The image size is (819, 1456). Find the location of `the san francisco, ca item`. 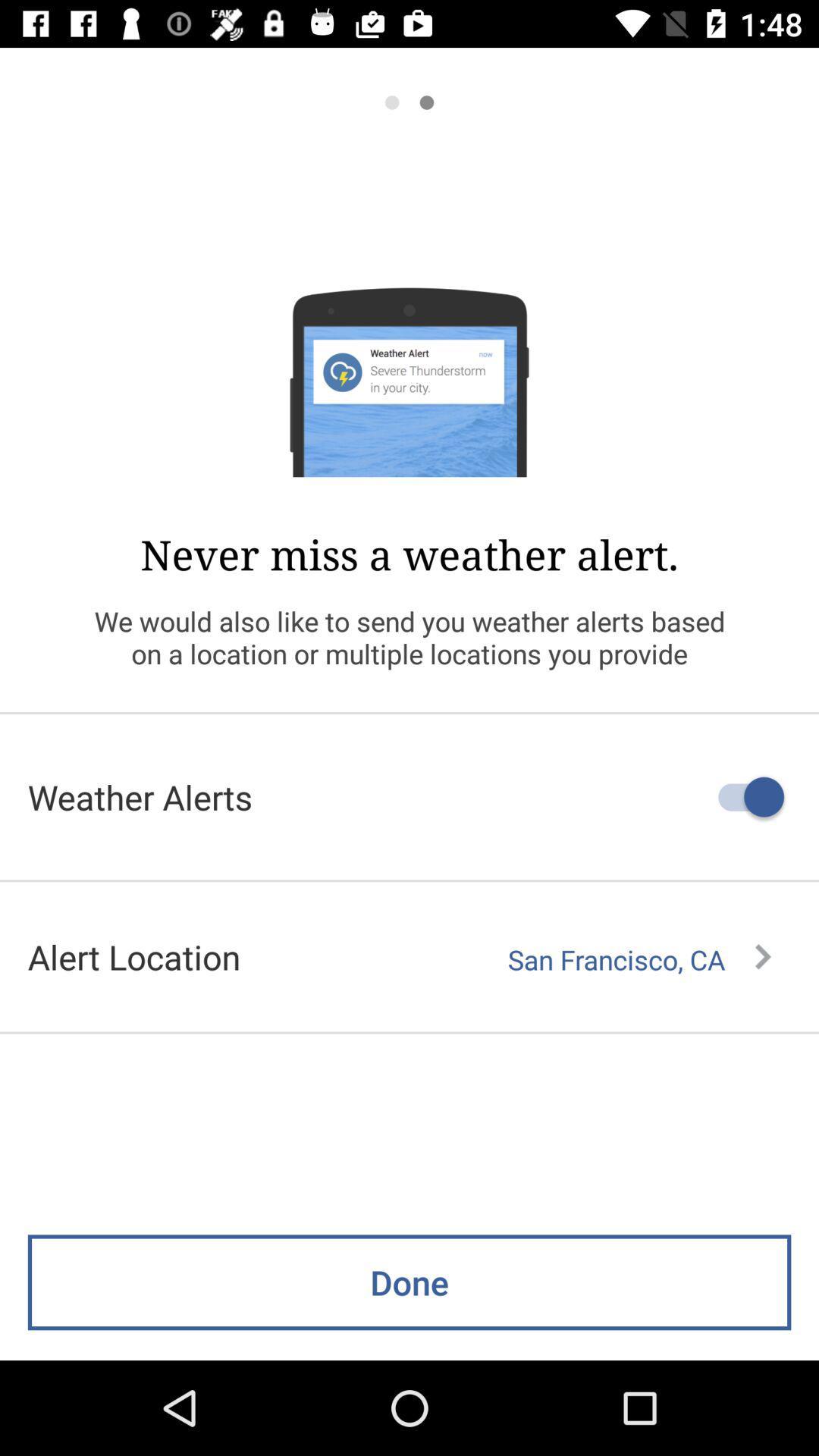

the san francisco, ca item is located at coordinates (639, 959).